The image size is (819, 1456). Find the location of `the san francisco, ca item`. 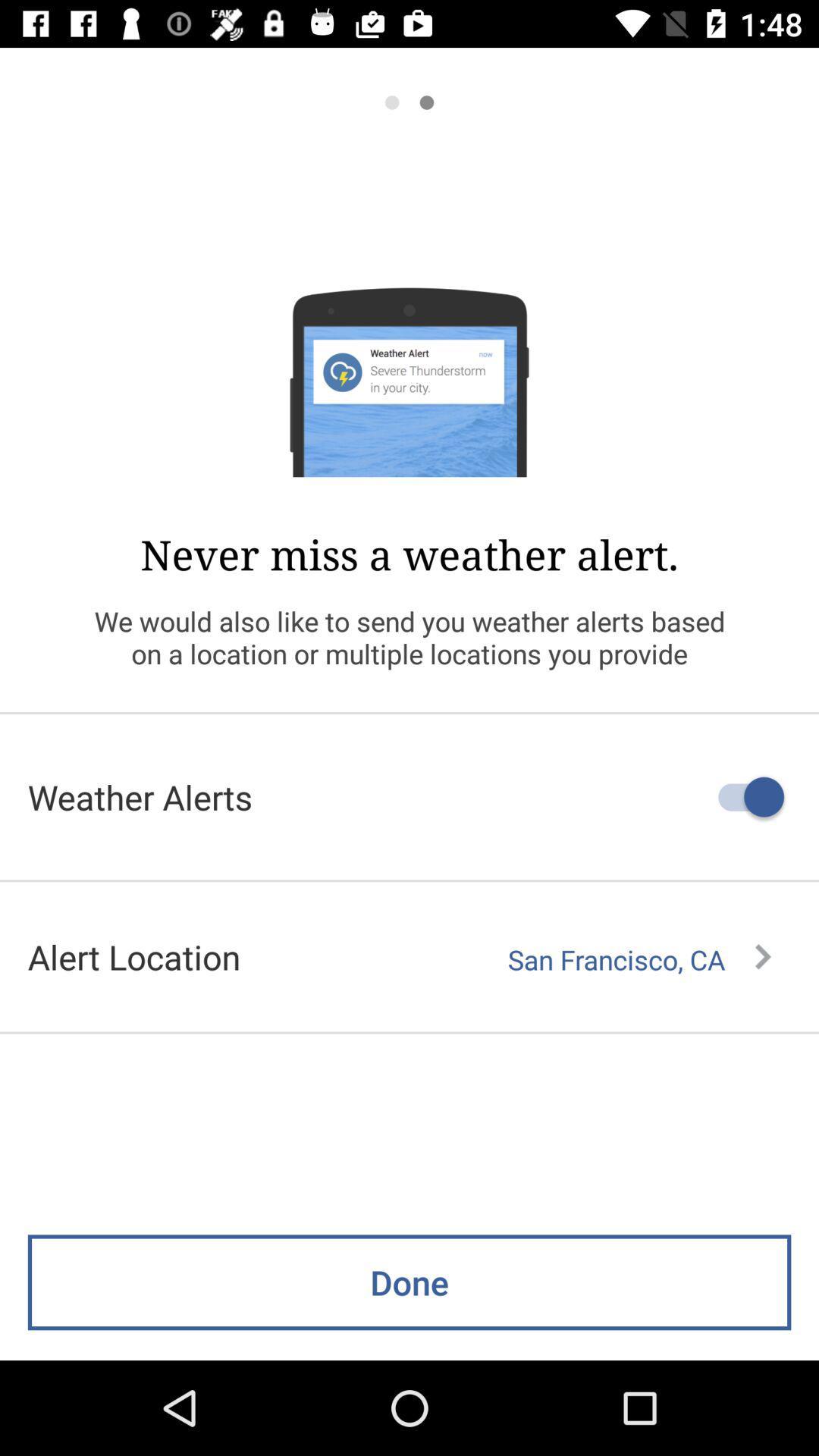

the san francisco, ca item is located at coordinates (639, 959).